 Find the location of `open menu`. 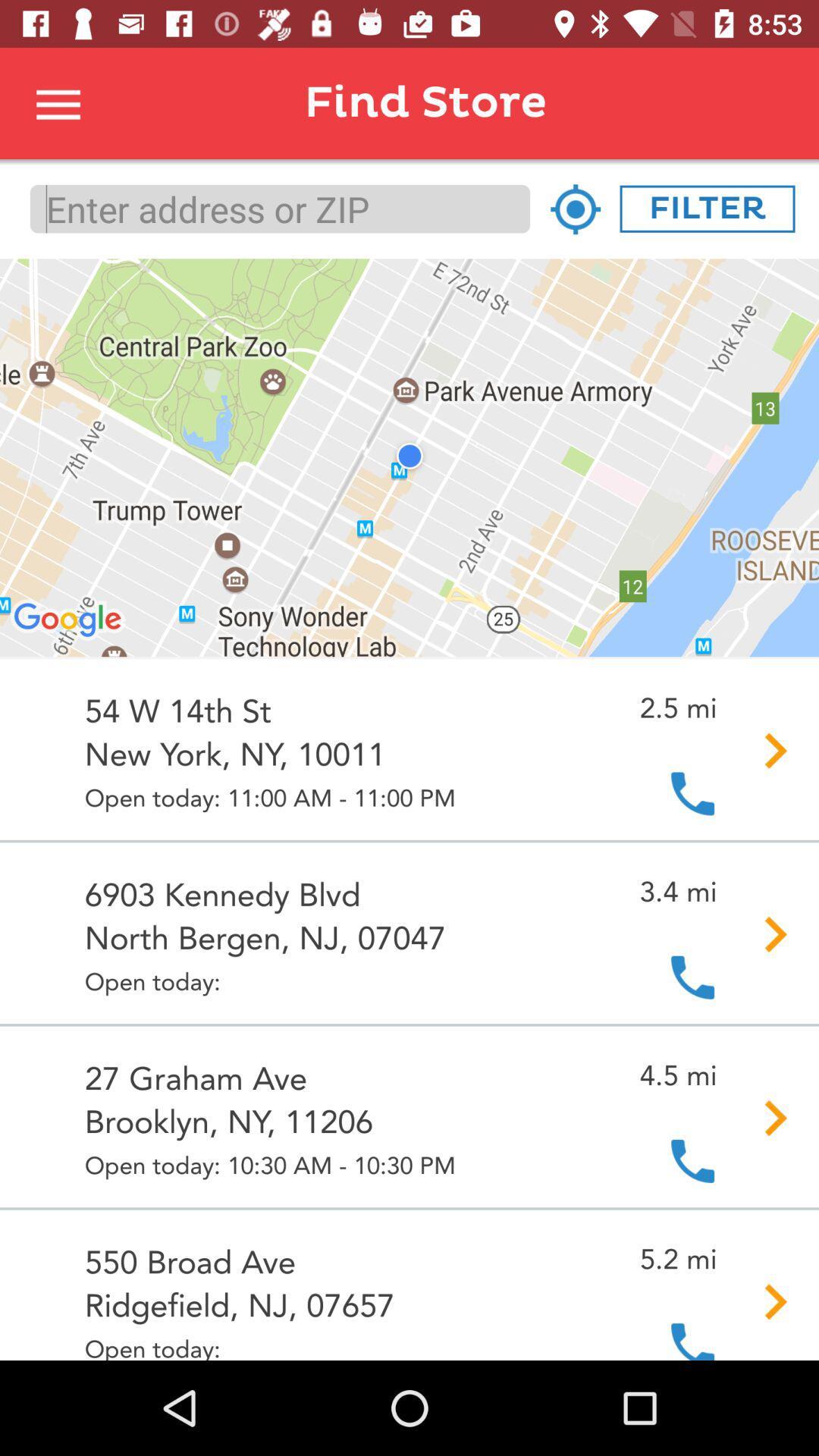

open menu is located at coordinates (58, 102).